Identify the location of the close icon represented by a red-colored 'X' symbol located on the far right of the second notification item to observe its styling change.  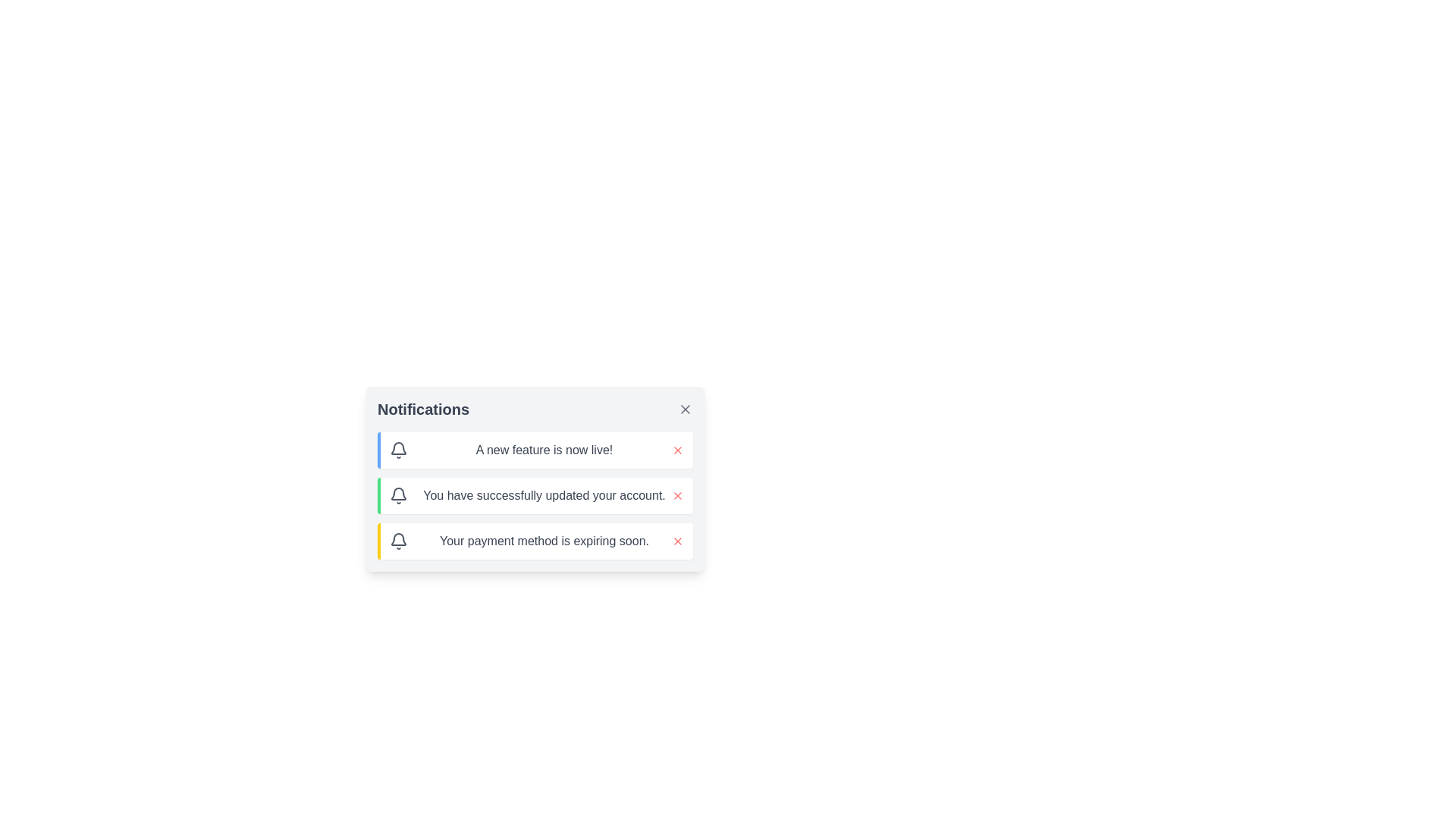
(676, 496).